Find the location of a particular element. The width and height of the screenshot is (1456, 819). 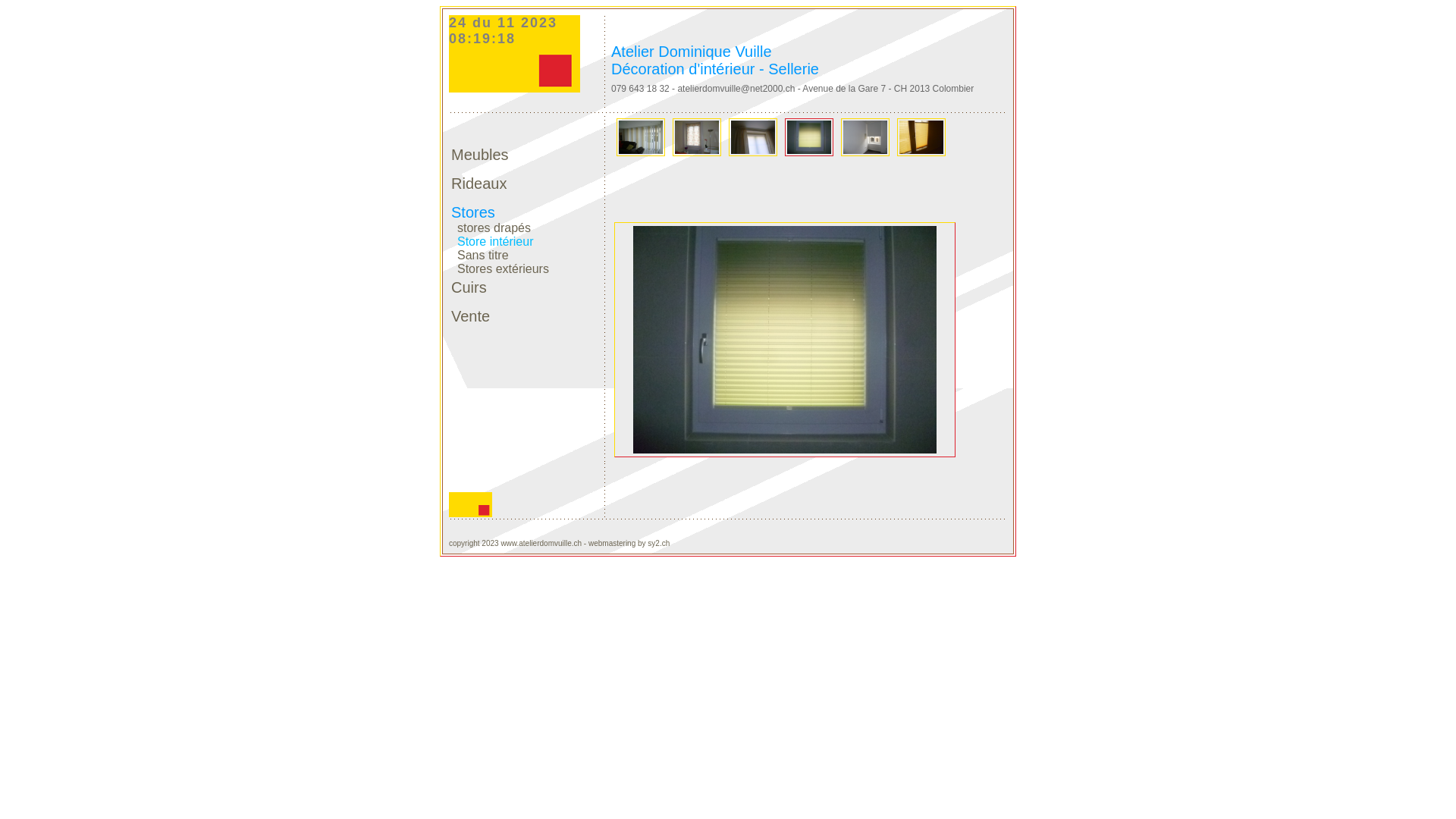

'Meubles ' is located at coordinates (481, 155).